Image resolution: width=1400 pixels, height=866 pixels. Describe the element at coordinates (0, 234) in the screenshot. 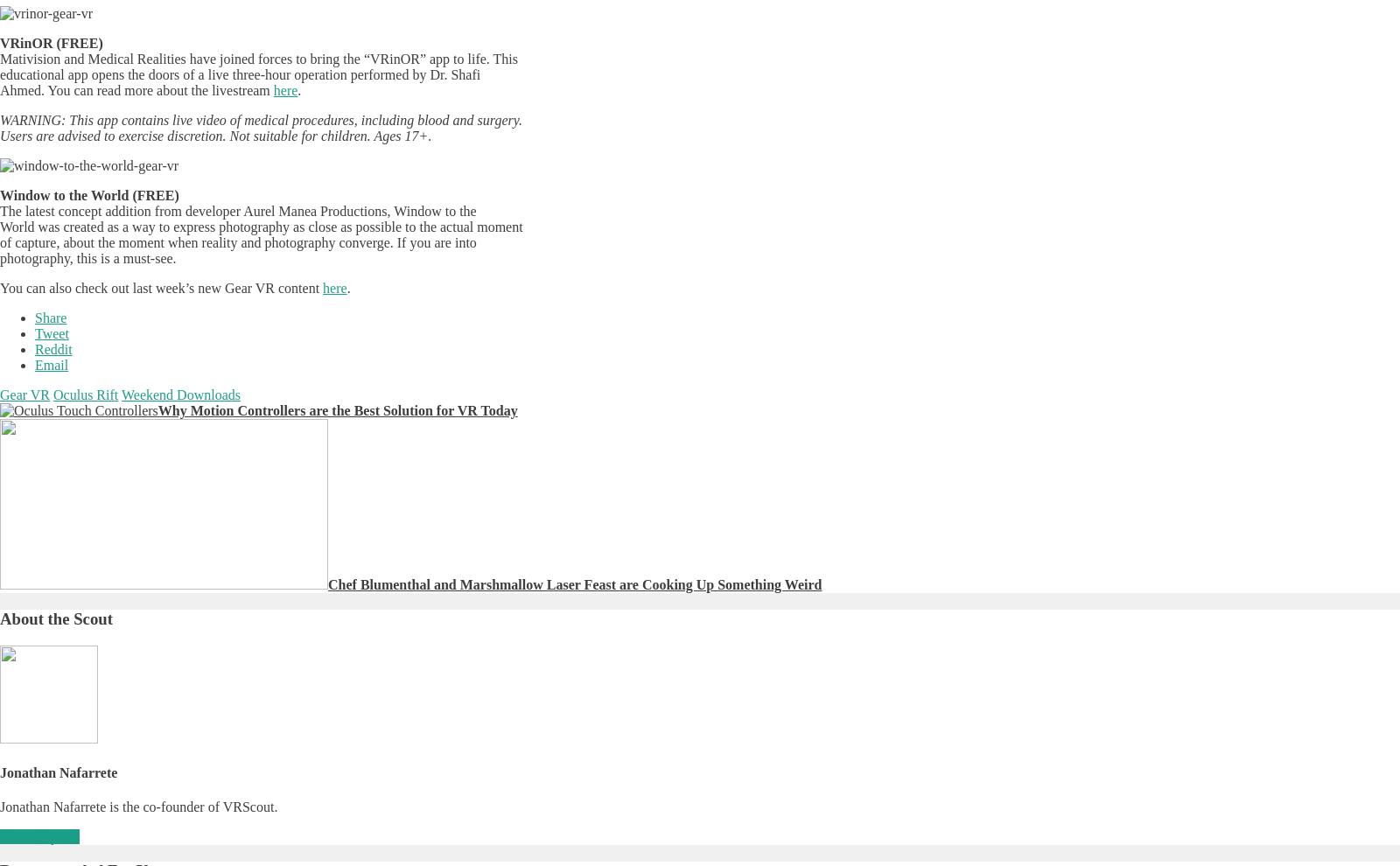

I see `'The latest concept addition from developer Aurel Manea Productions, Window to the World was created as a way to express photography as close as possible to the actual moment of capture, about the moment when reality and photography converge. If you are into photography, this is a must-see.'` at that location.